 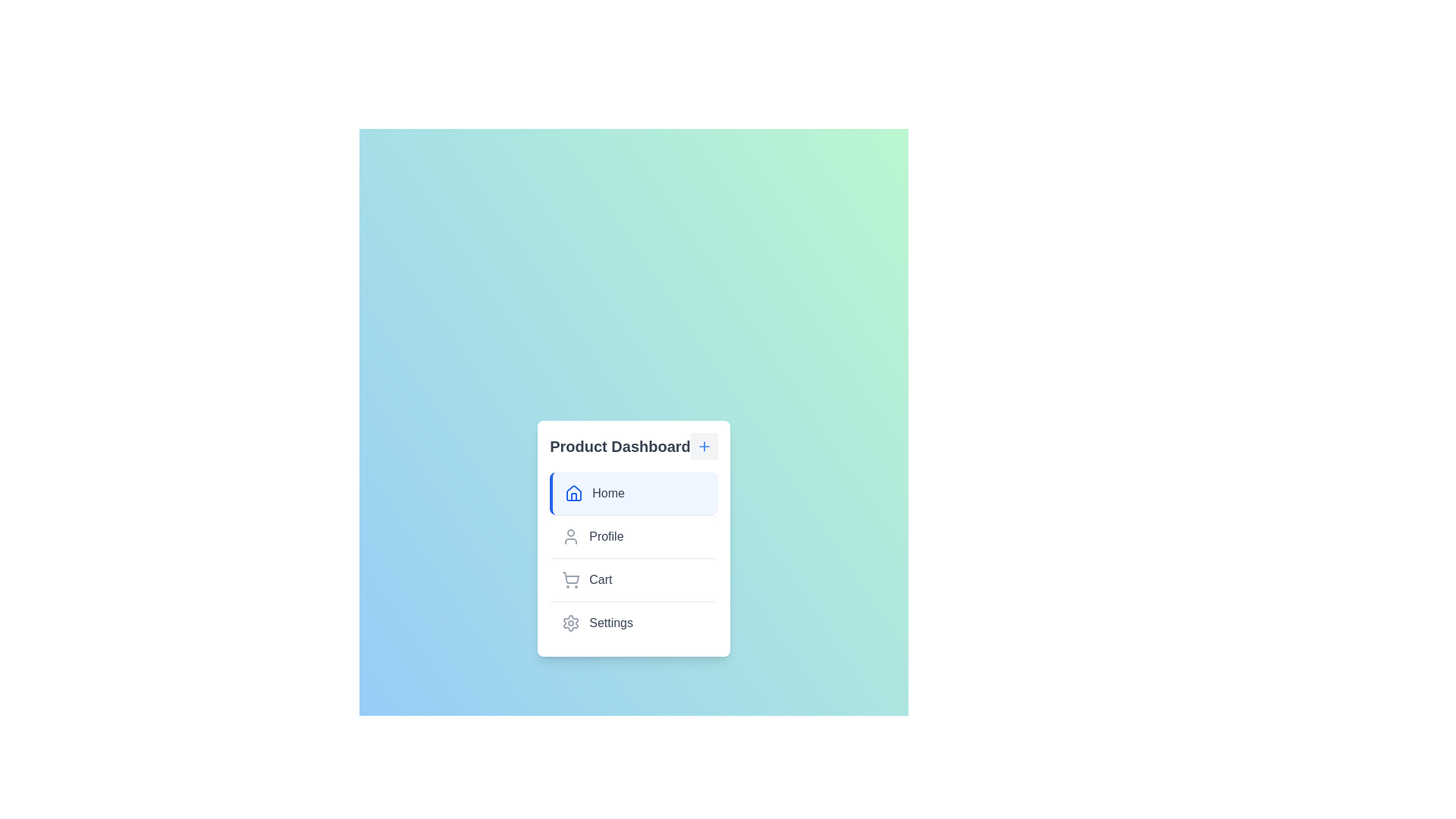 I want to click on the menu item labeled Home to select it, so click(x=633, y=493).